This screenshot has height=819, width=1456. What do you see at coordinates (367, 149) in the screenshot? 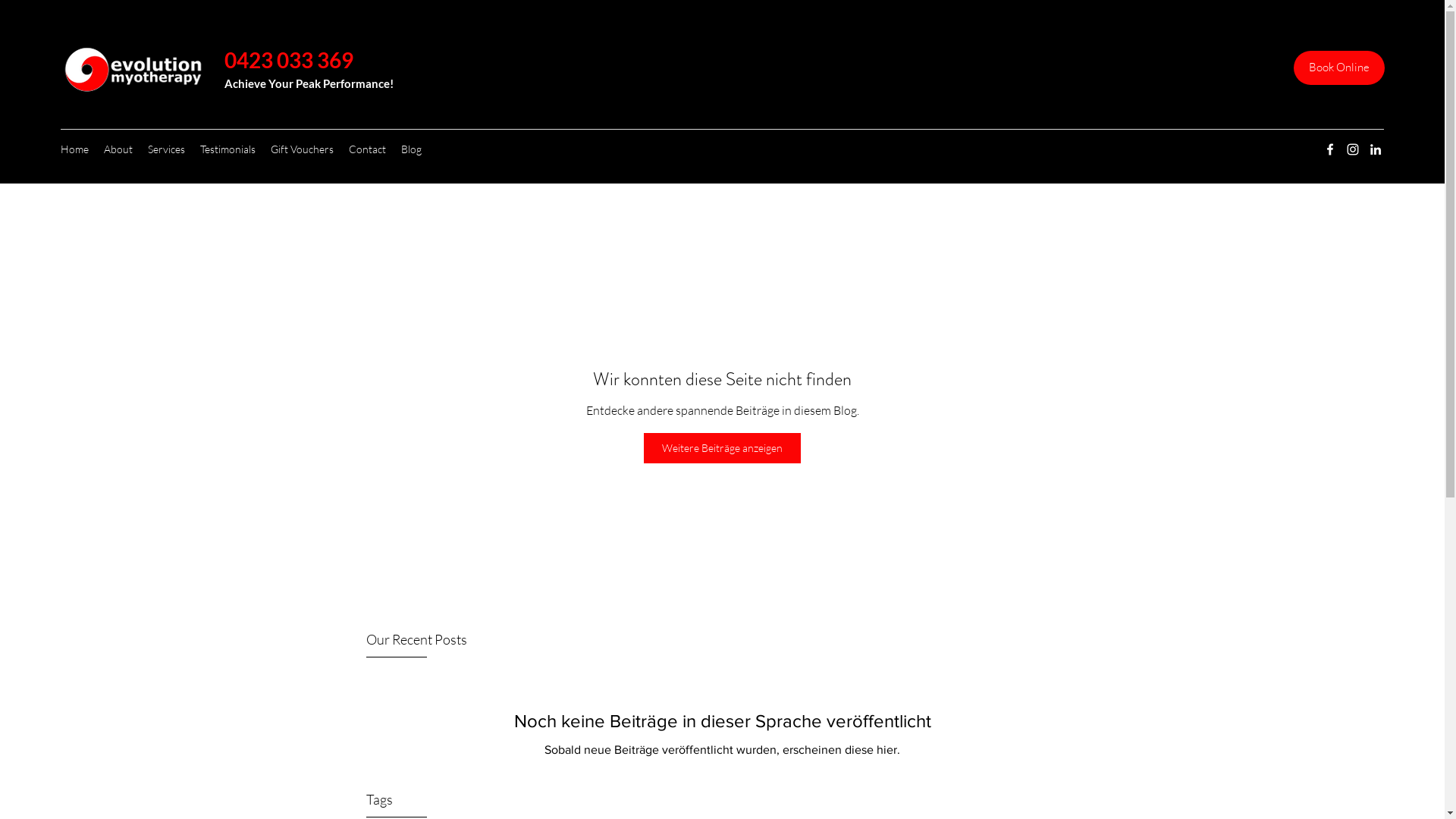
I see `'Contact'` at bounding box center [367, 149].